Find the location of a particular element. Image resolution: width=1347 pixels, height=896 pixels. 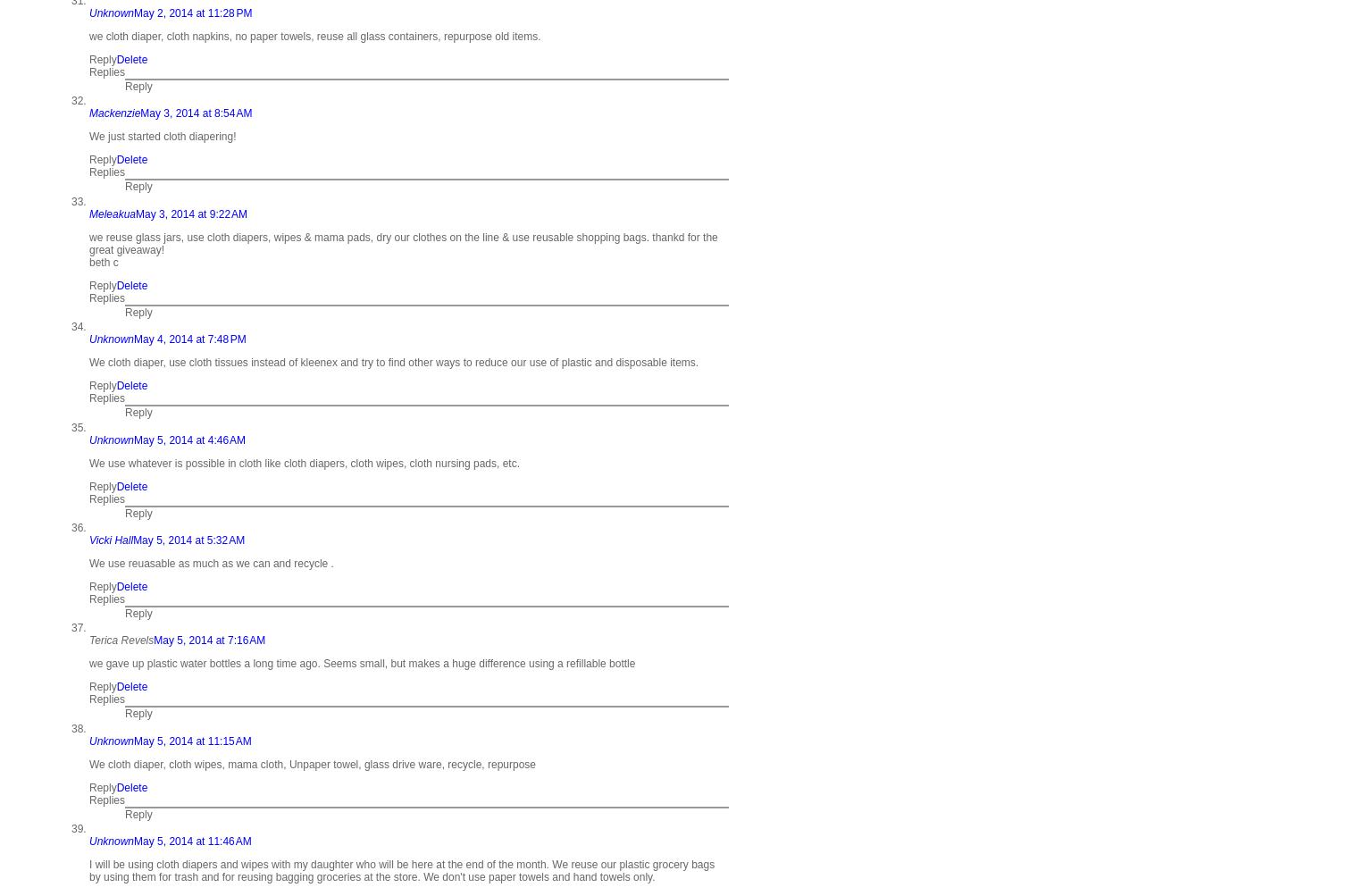

'Terica Revels' is located at coordinates (121, 640).